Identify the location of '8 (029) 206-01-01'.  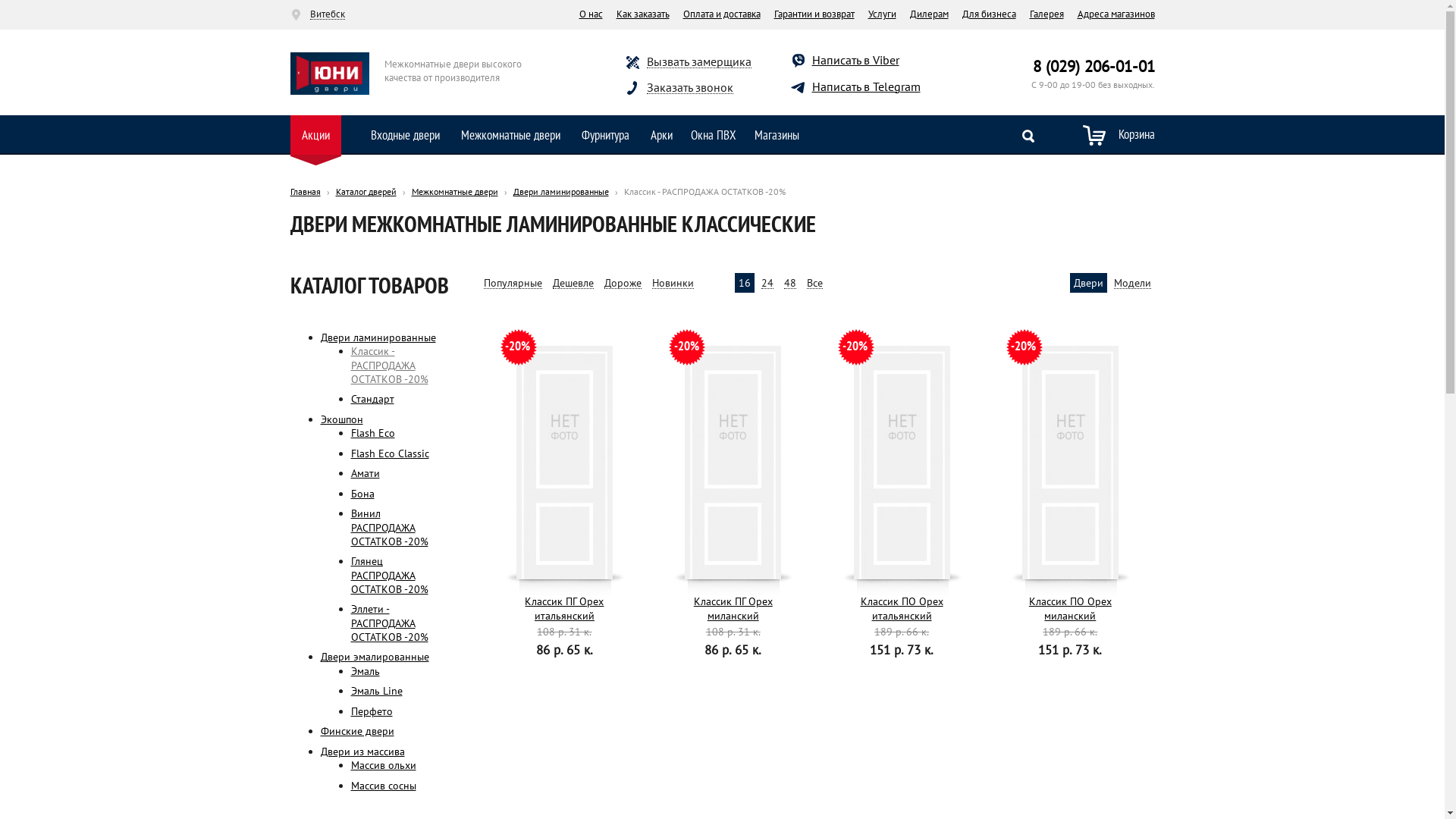
(1094, 65).